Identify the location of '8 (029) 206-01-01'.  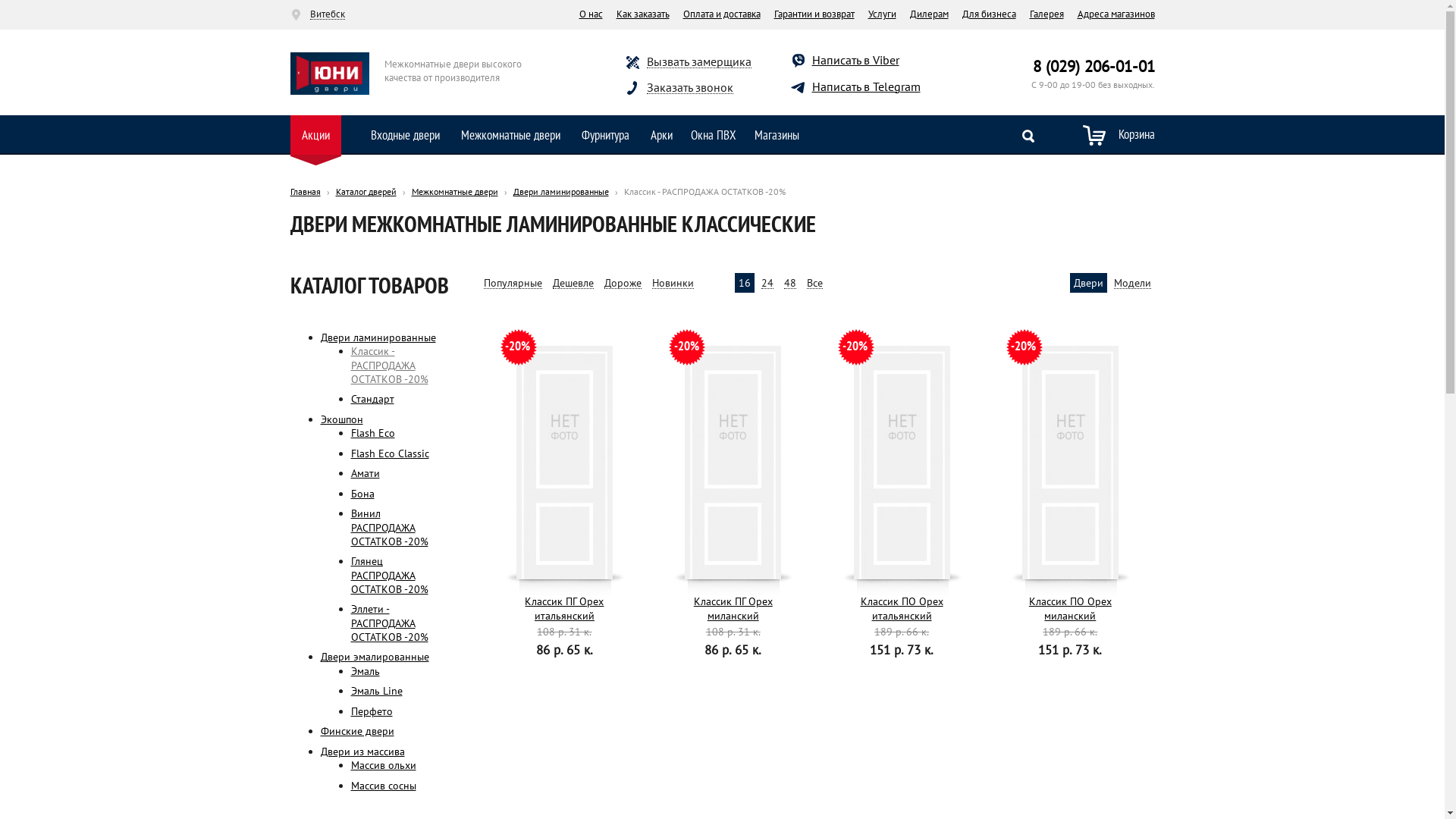
(1094, 65).